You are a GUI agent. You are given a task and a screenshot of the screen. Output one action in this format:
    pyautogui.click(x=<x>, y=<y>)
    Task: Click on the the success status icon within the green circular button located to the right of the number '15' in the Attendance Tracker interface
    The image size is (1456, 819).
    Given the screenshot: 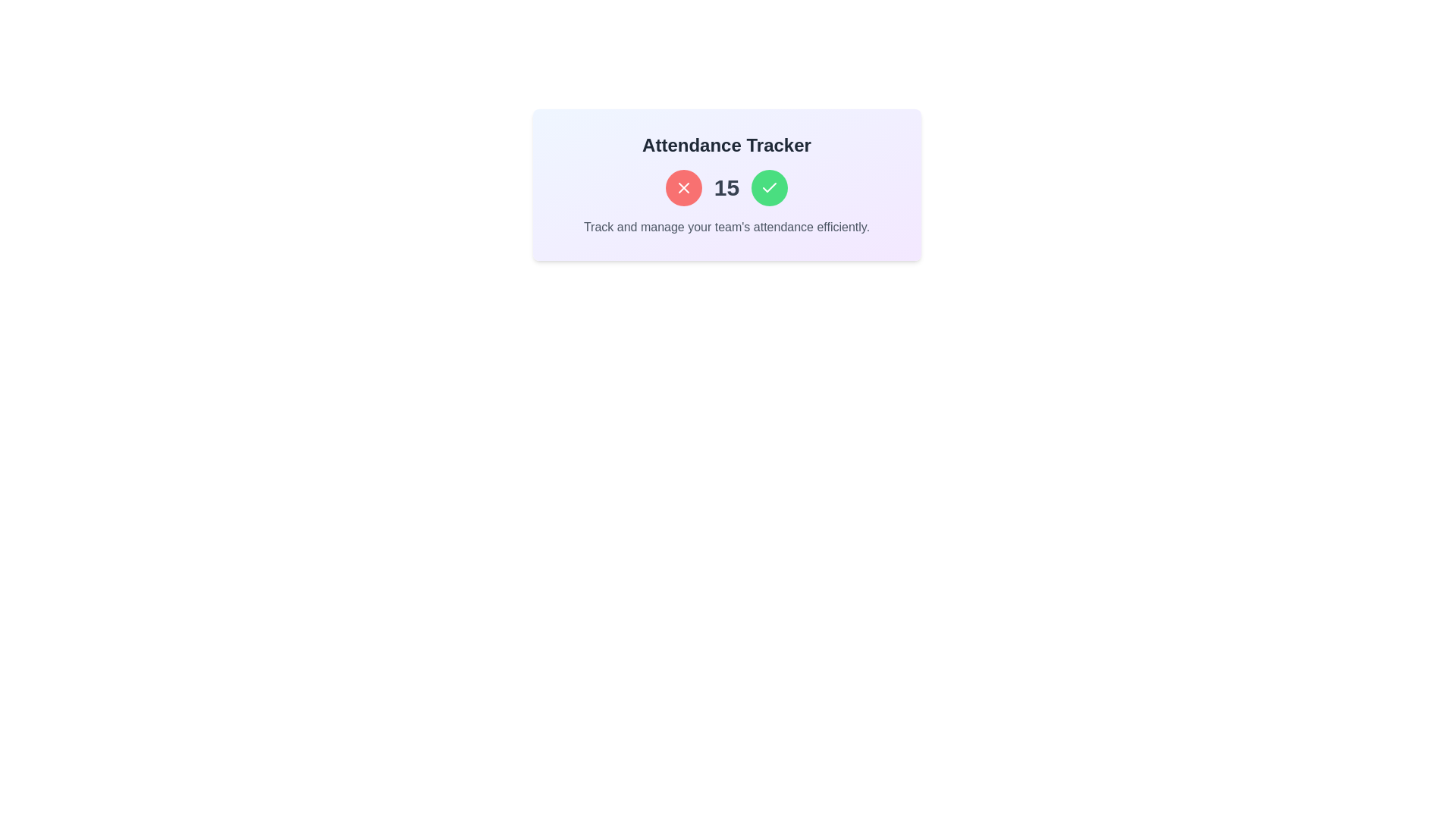 What is the action you would take?
    pyautogui.click(x=770, y=187)
    